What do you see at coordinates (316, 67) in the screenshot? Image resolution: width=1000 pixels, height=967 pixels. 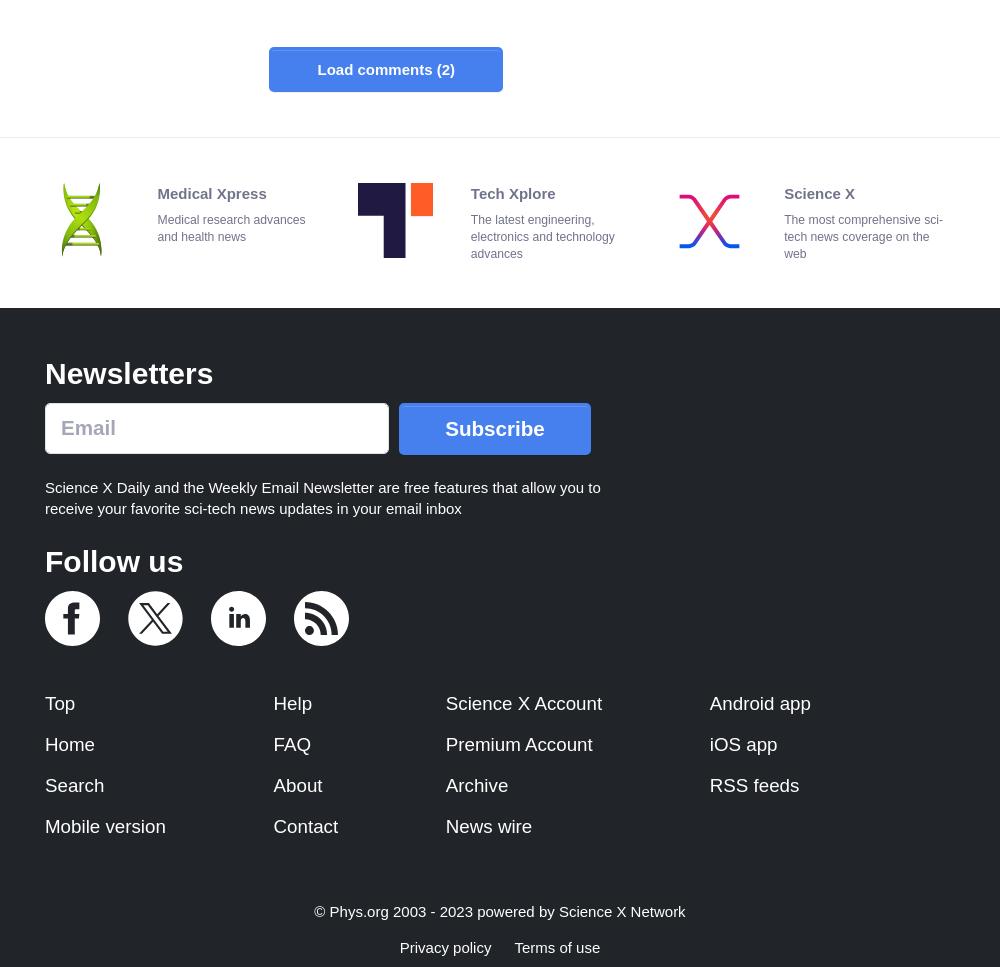 I see `'Load comments (2)'` at bounding box center [316, 67].